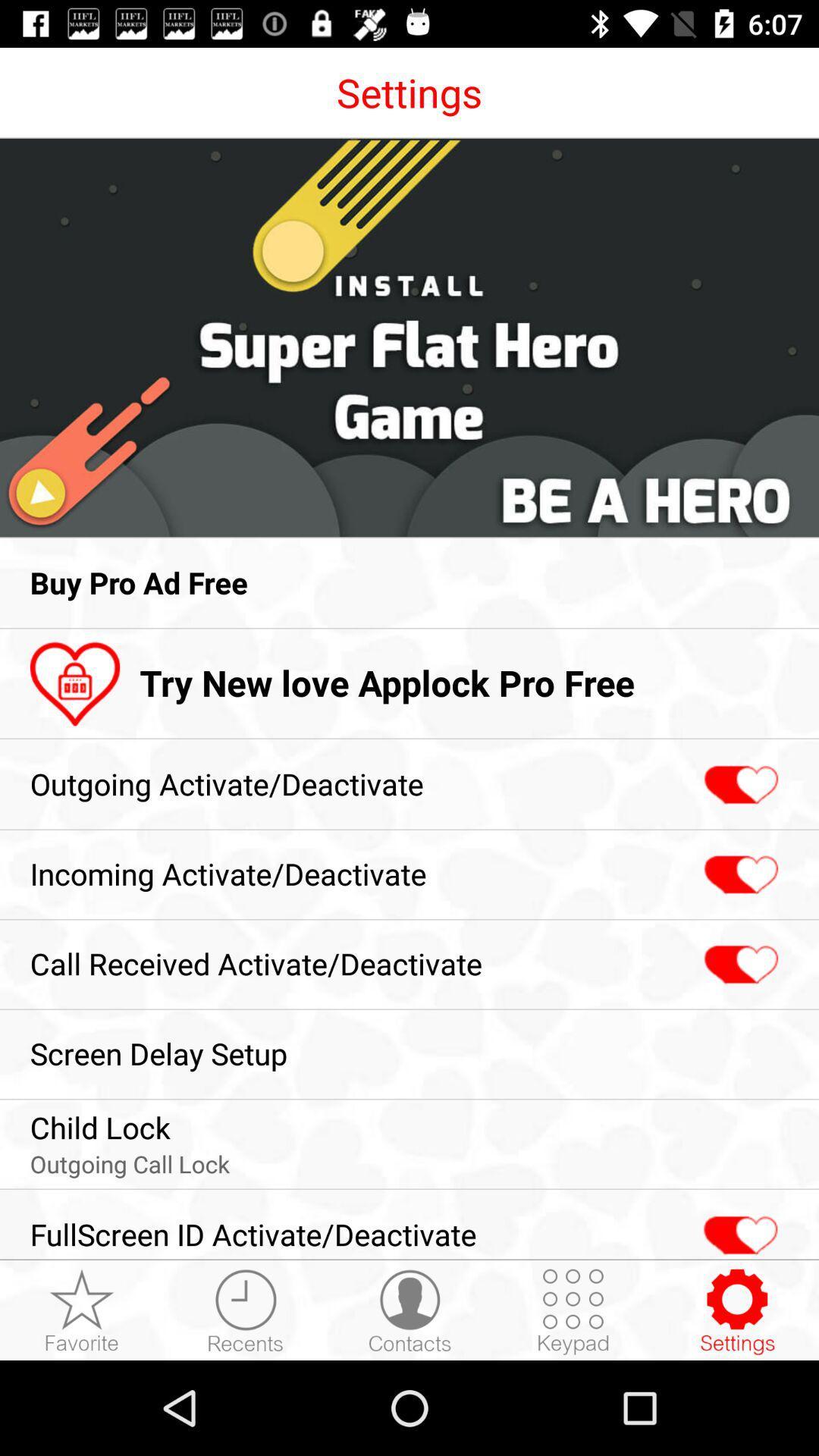  I want to click on switch off, so click(739, 785).